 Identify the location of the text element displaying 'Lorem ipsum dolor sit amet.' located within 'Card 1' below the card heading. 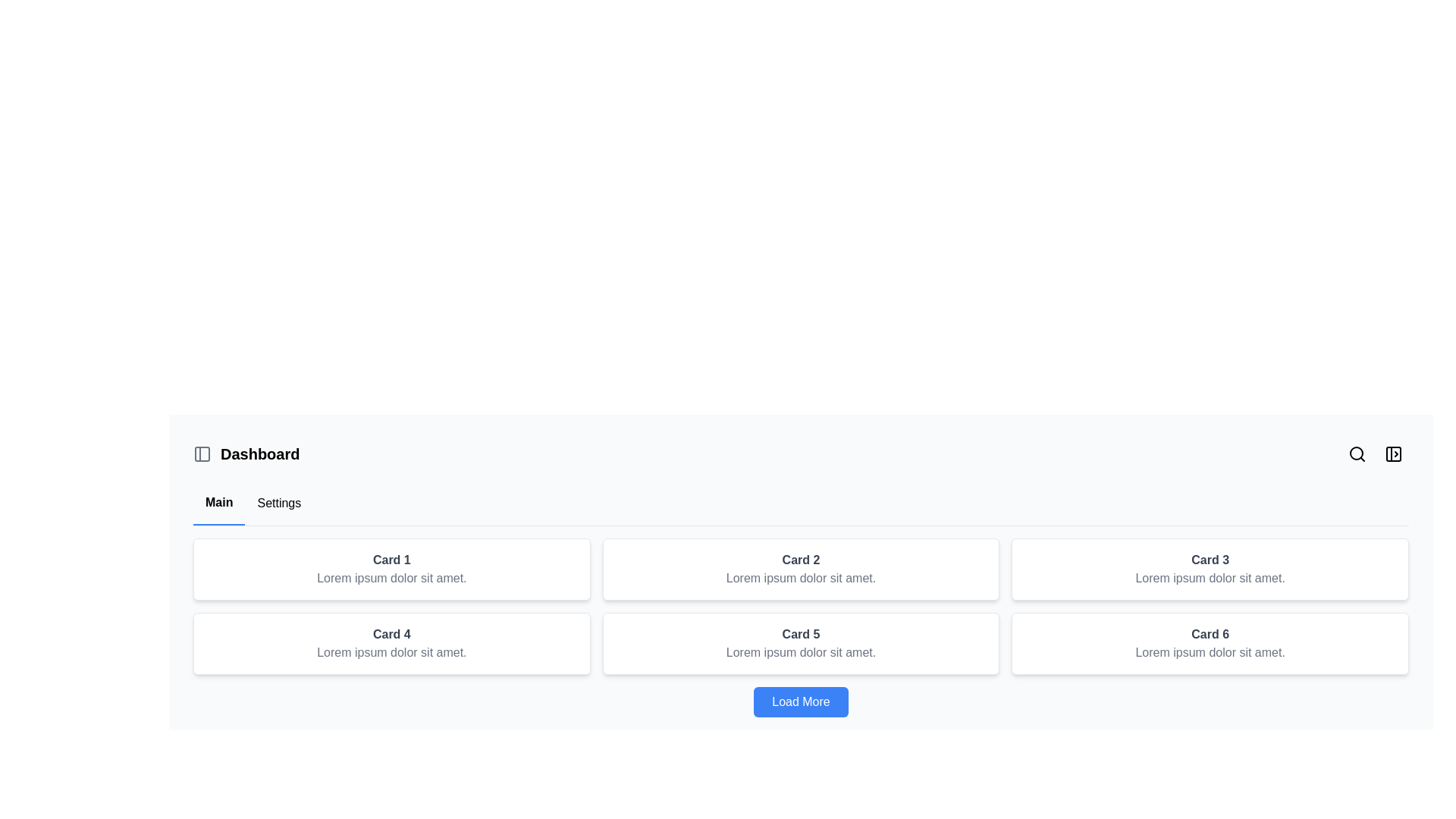
(391, 579).